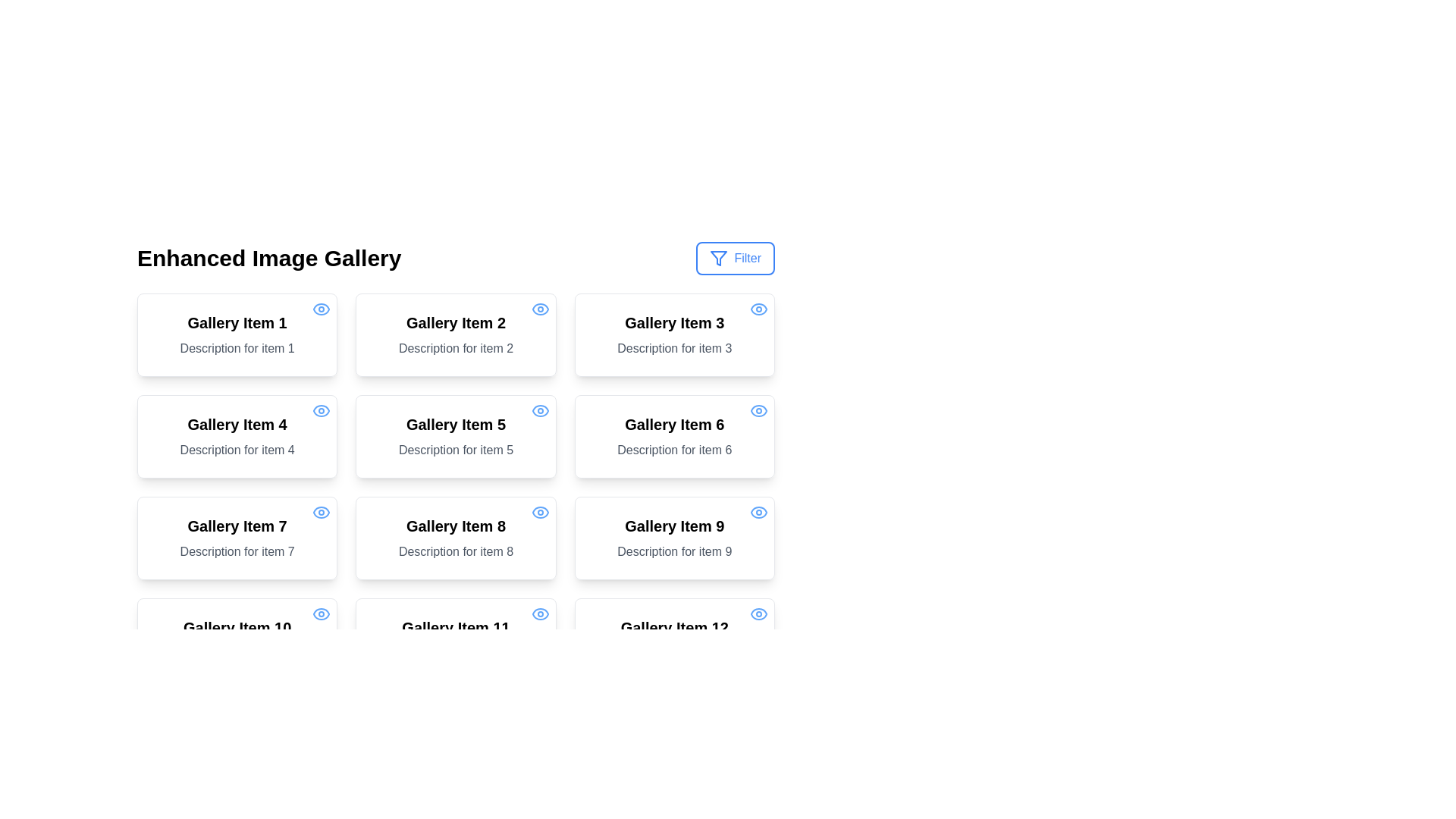 The width and height of the screenshot is (1456, 819). Describe the element at coordinates (237, 640) in the screenshot. I see `title 'Gallery Item 10' and description 'Description for item 10' from the Information card located in the bottom-left section of the grid layout` at that location.